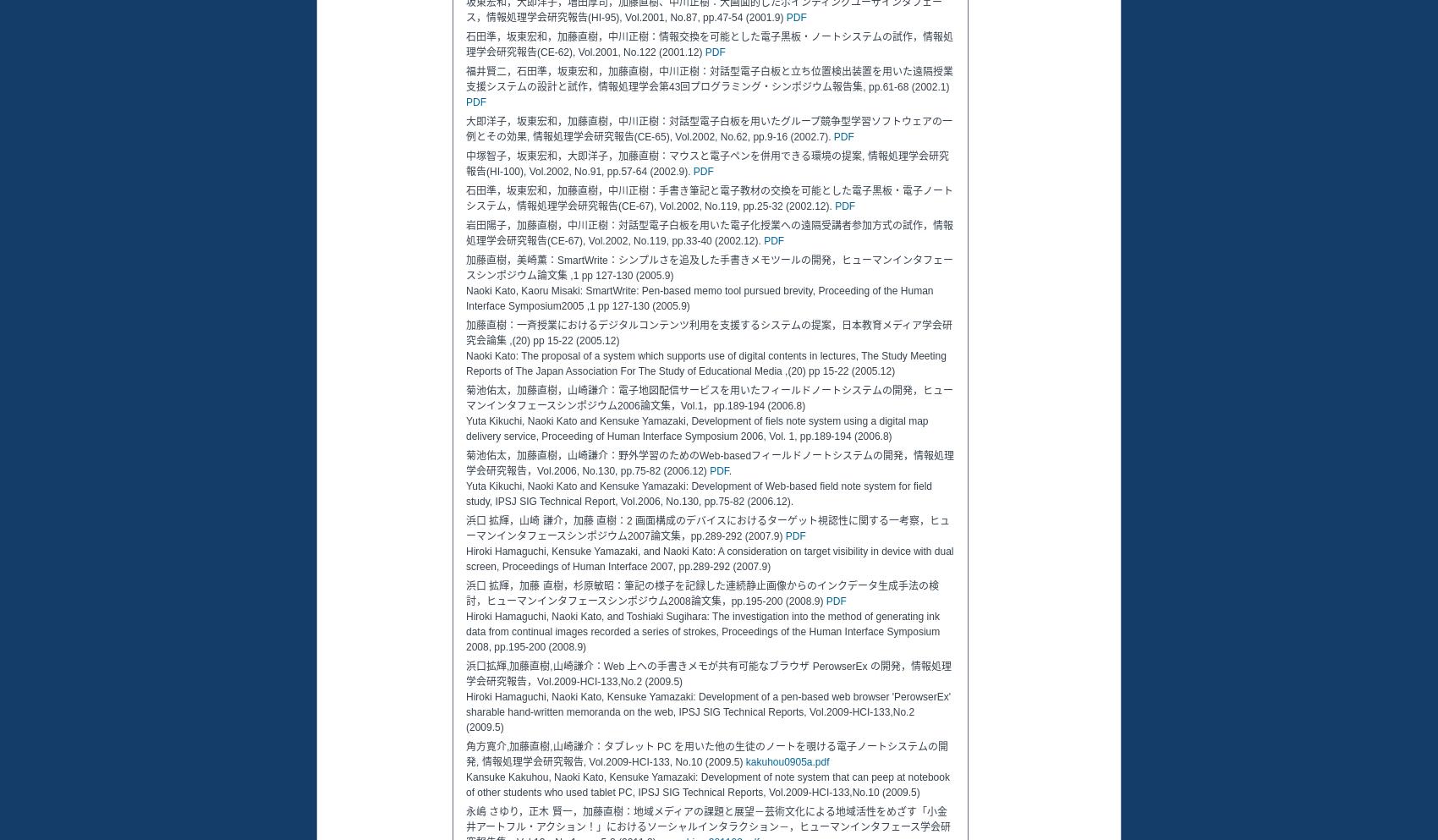 The height and width of the screenshot is (840, 1438). I want to click on 'Hiroki Hamaguchi, Naoki Kato, and Toshiaki Sugihara: The investigation into the method of generating ink data from continual images recorded a series of strokes, Proceedings of the Human Interface Symposium 2008, pp.195-200 (2008.9)', so click(464, 632).